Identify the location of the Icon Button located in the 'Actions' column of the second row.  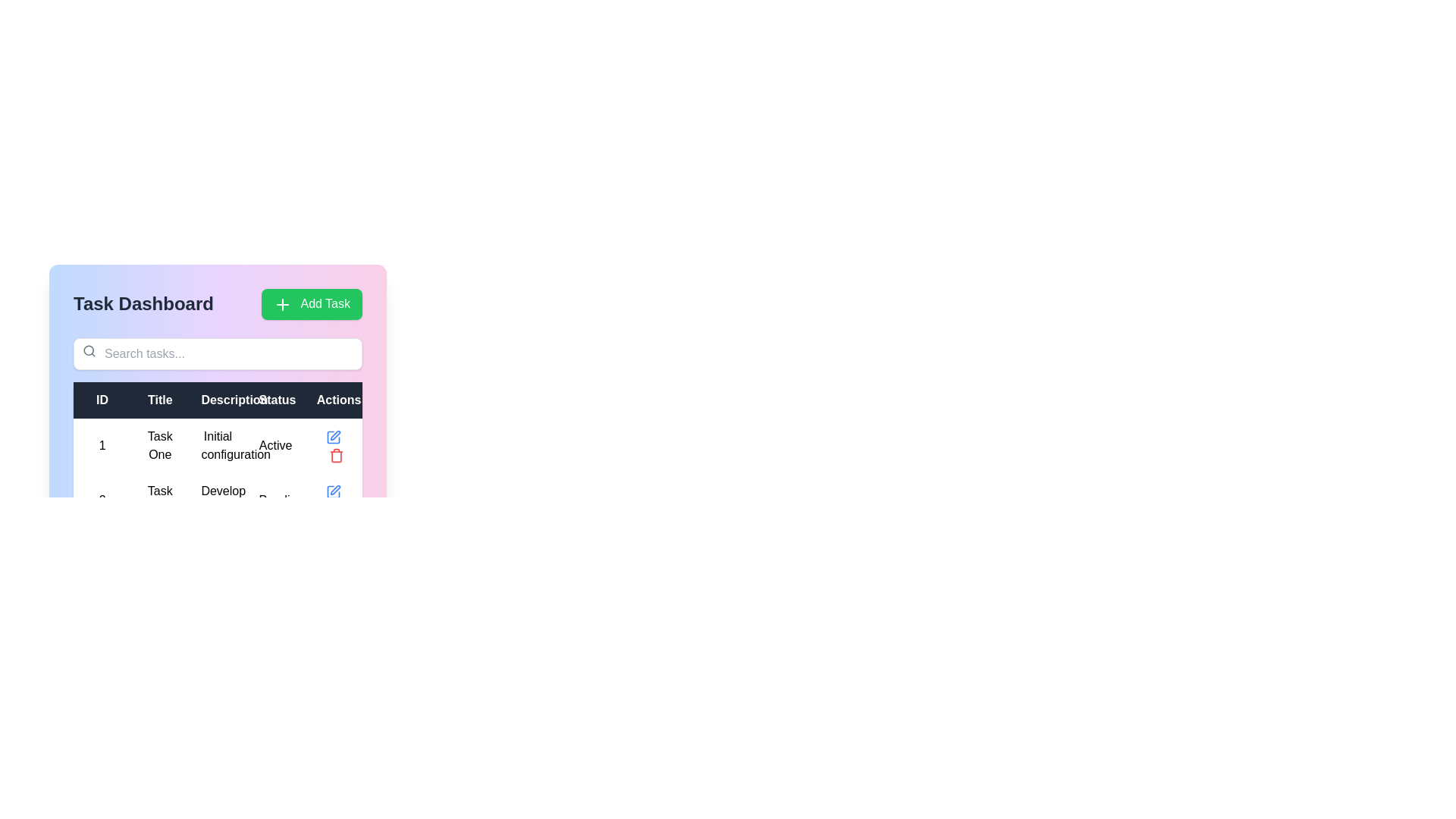
(332, 491).